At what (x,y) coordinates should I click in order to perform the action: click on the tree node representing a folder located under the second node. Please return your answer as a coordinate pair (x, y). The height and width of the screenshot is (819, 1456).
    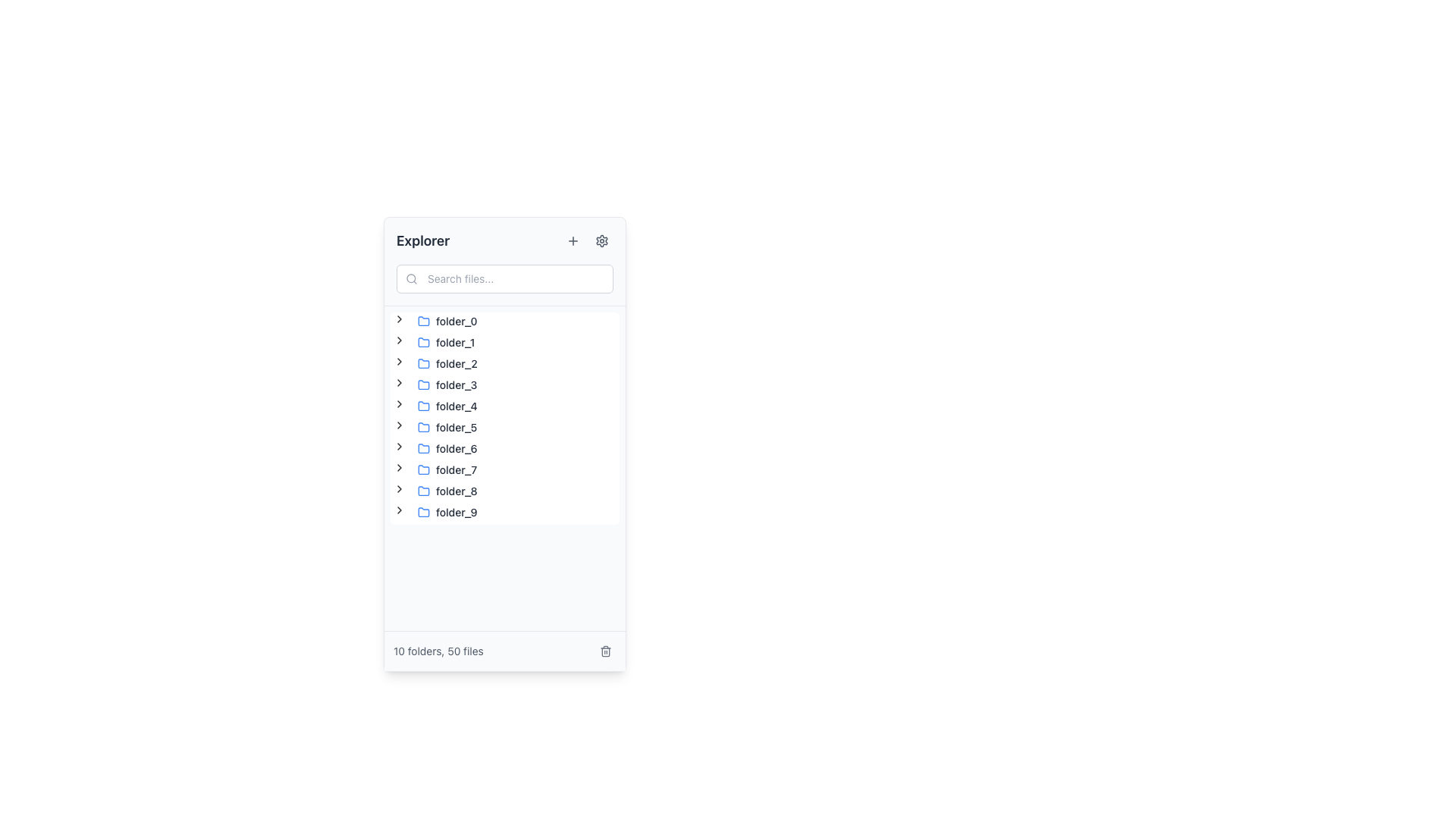
    Looking at the image, I should click on (445, 342).